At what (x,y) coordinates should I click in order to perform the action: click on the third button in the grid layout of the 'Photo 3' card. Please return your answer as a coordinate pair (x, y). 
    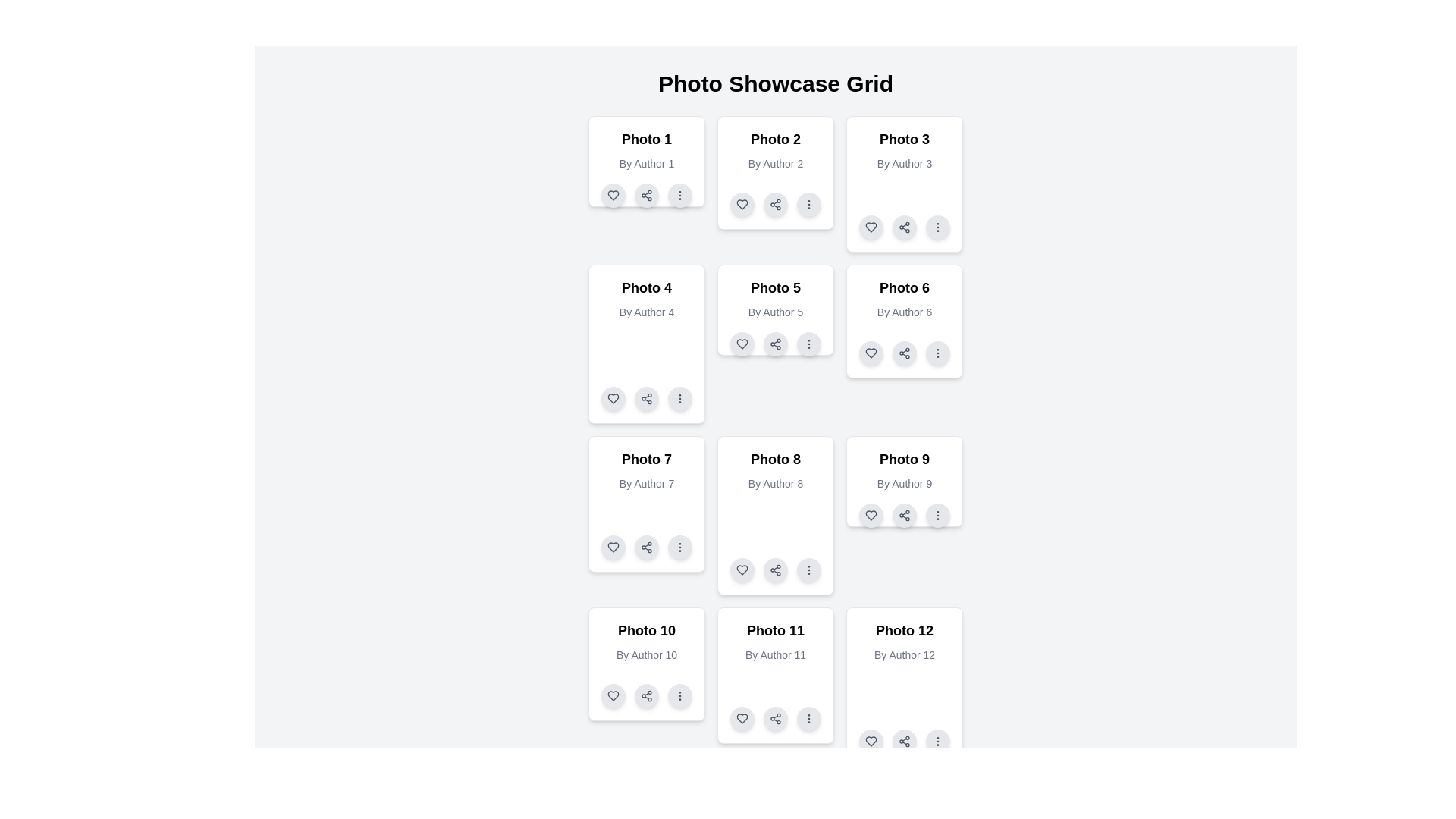
    Looking at the image, I should click on (937, 227).